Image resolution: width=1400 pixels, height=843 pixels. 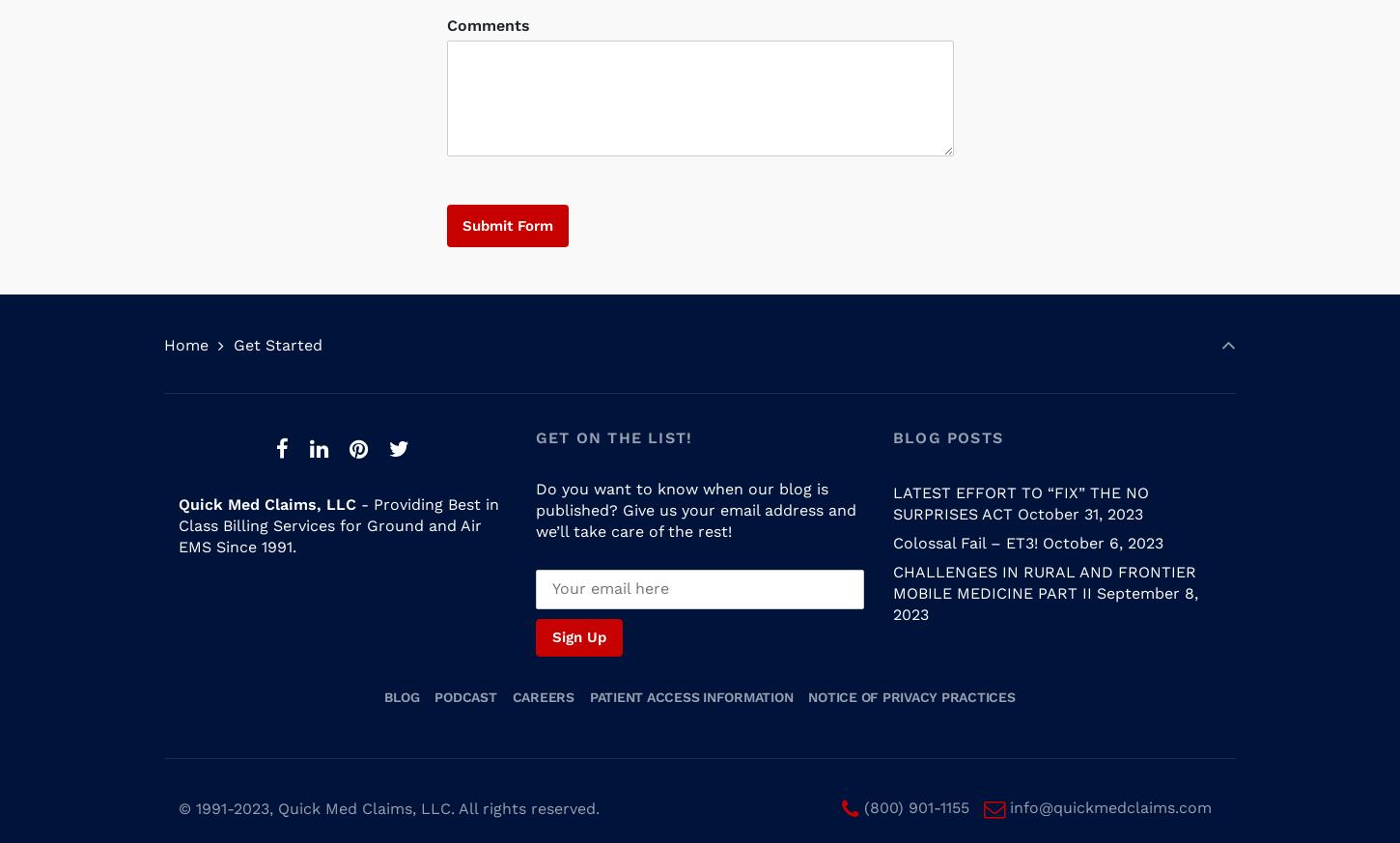 I want to click on 'September 8, 2023', so click(x=890, y=584).